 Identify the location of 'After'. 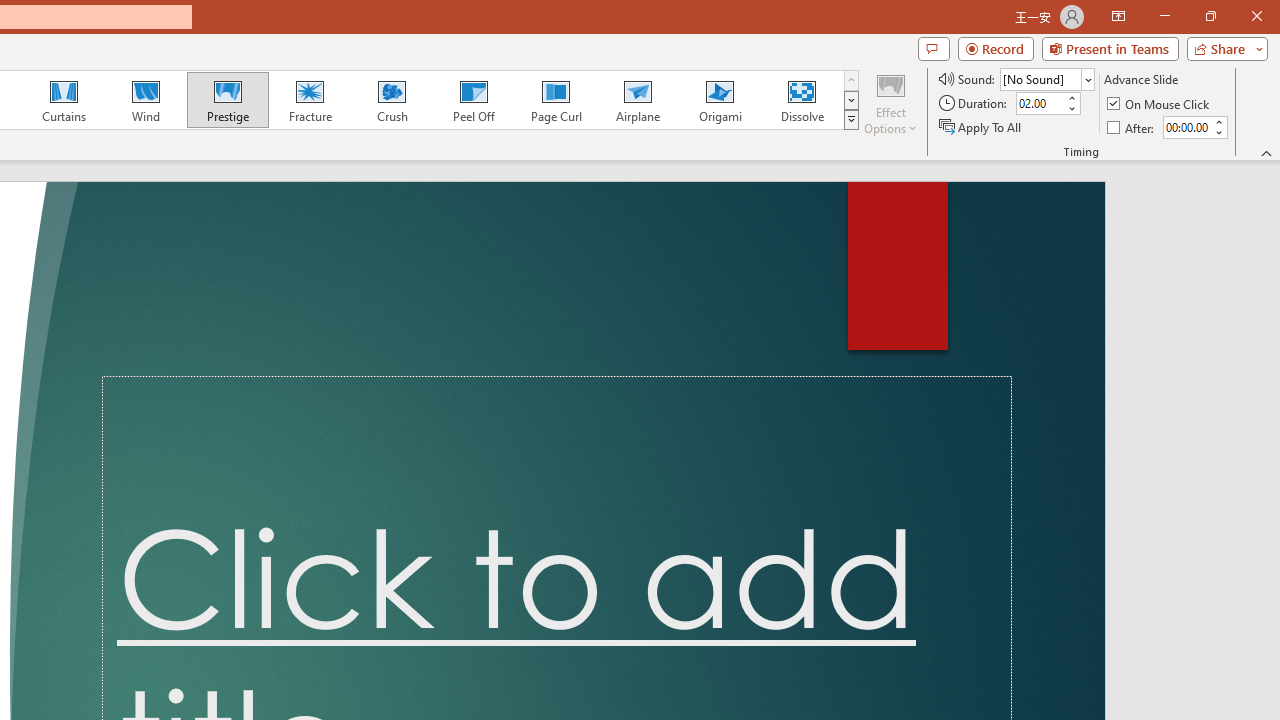
(1132, 127).